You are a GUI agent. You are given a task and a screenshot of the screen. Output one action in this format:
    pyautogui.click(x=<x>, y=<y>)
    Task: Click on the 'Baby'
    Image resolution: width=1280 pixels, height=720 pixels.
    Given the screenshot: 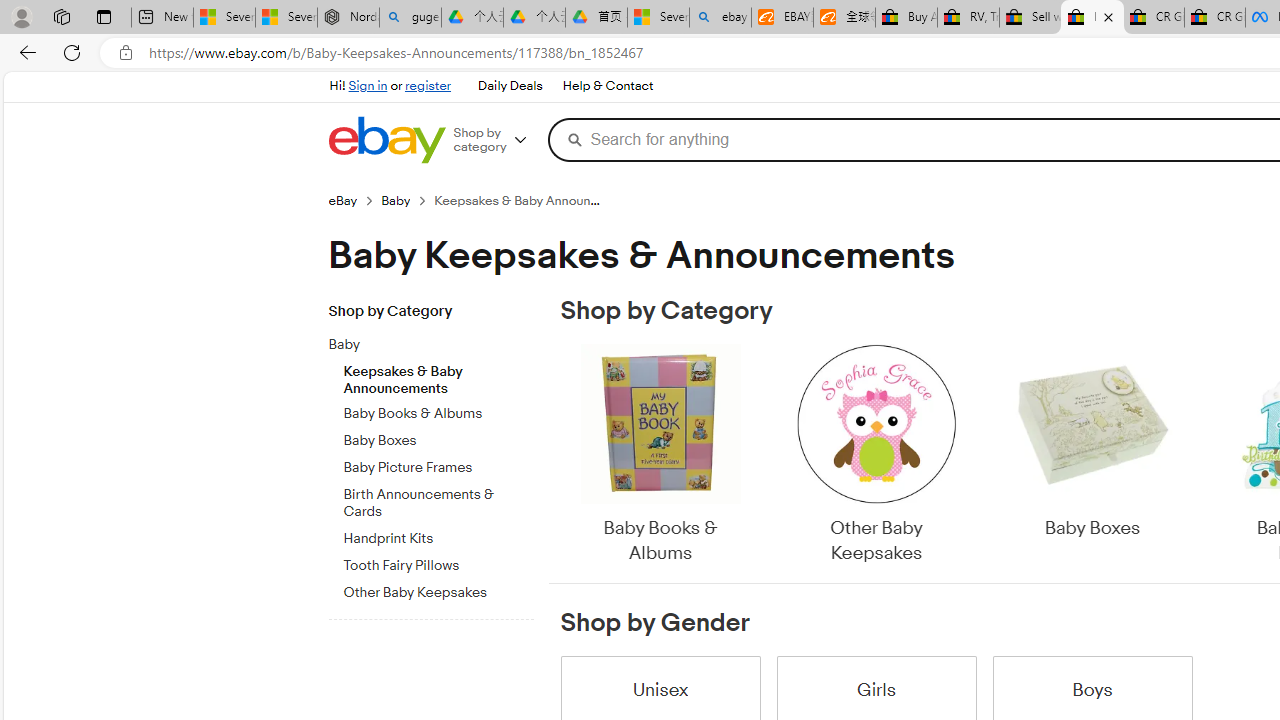 What is the action you would take?
    pyautogui.click(x=422, y=344)
    